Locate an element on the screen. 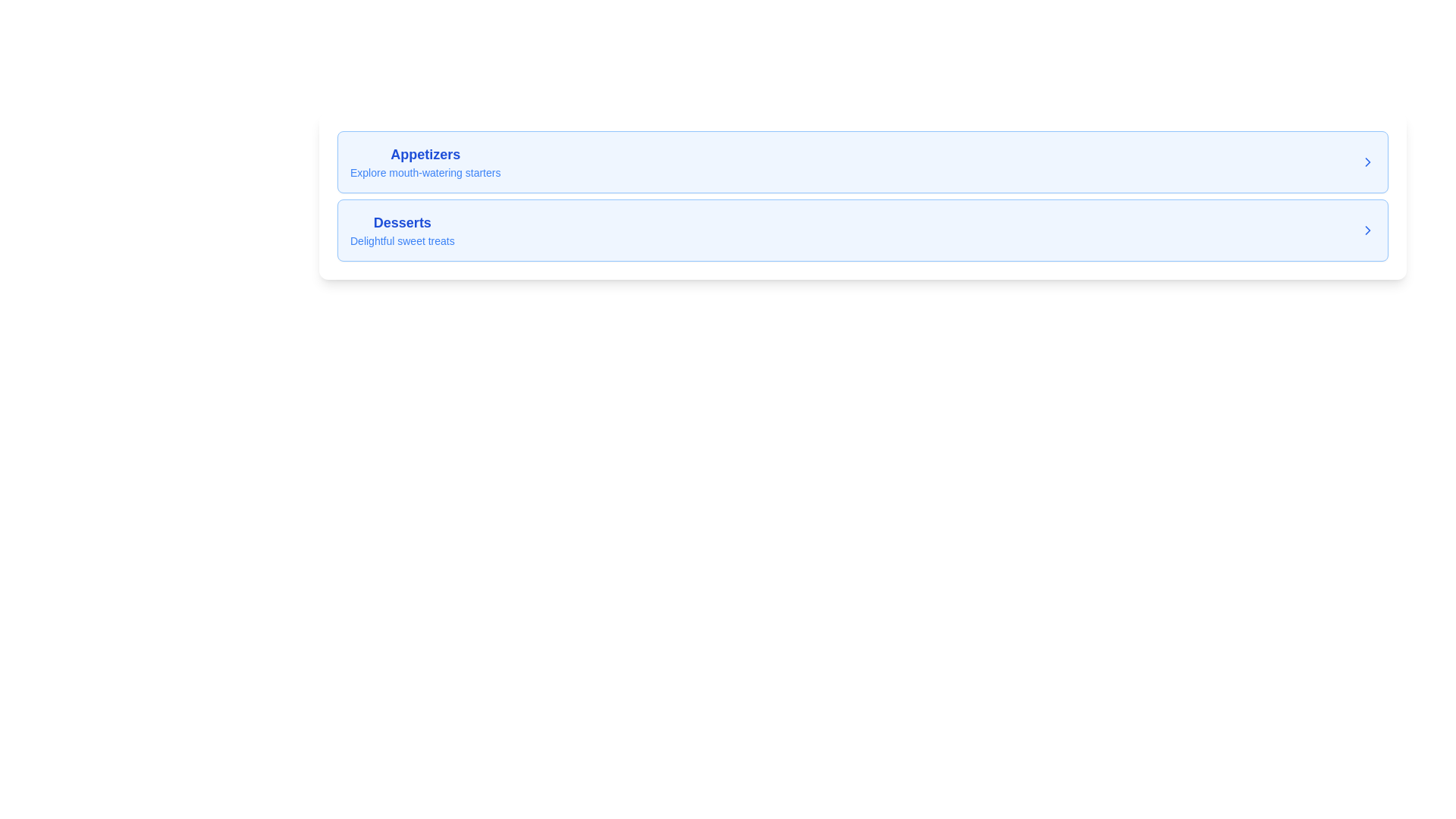 Image resolution: width=1456 pixels, height=819 pixels. the second triangular arrow icon pointing to the right, located to the right of the menu option labeled 'Desserts' is located at coordinates (1368, 231).